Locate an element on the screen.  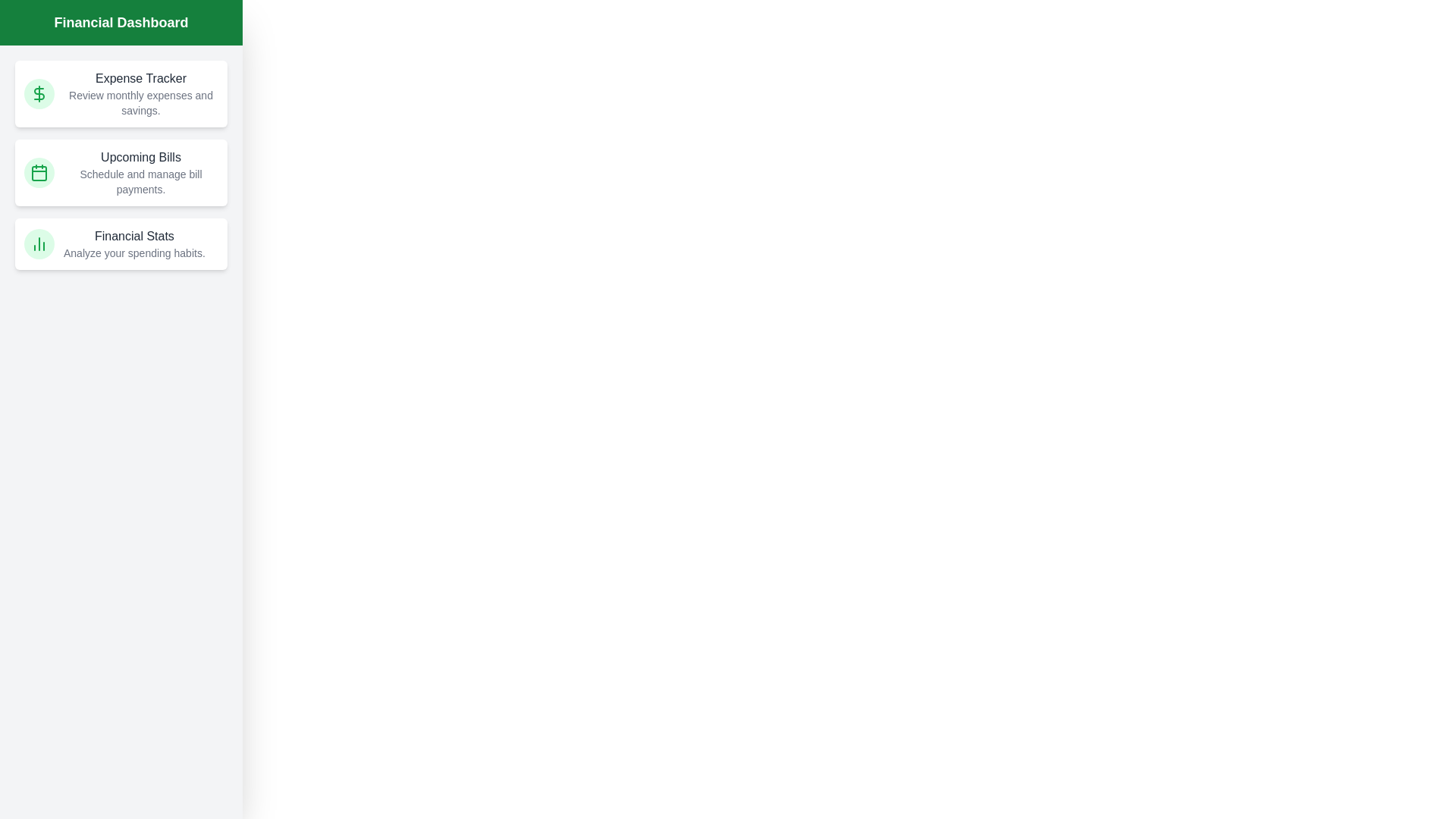
the icon next to the Expense Tracker item is located at coordinates (39, 93).